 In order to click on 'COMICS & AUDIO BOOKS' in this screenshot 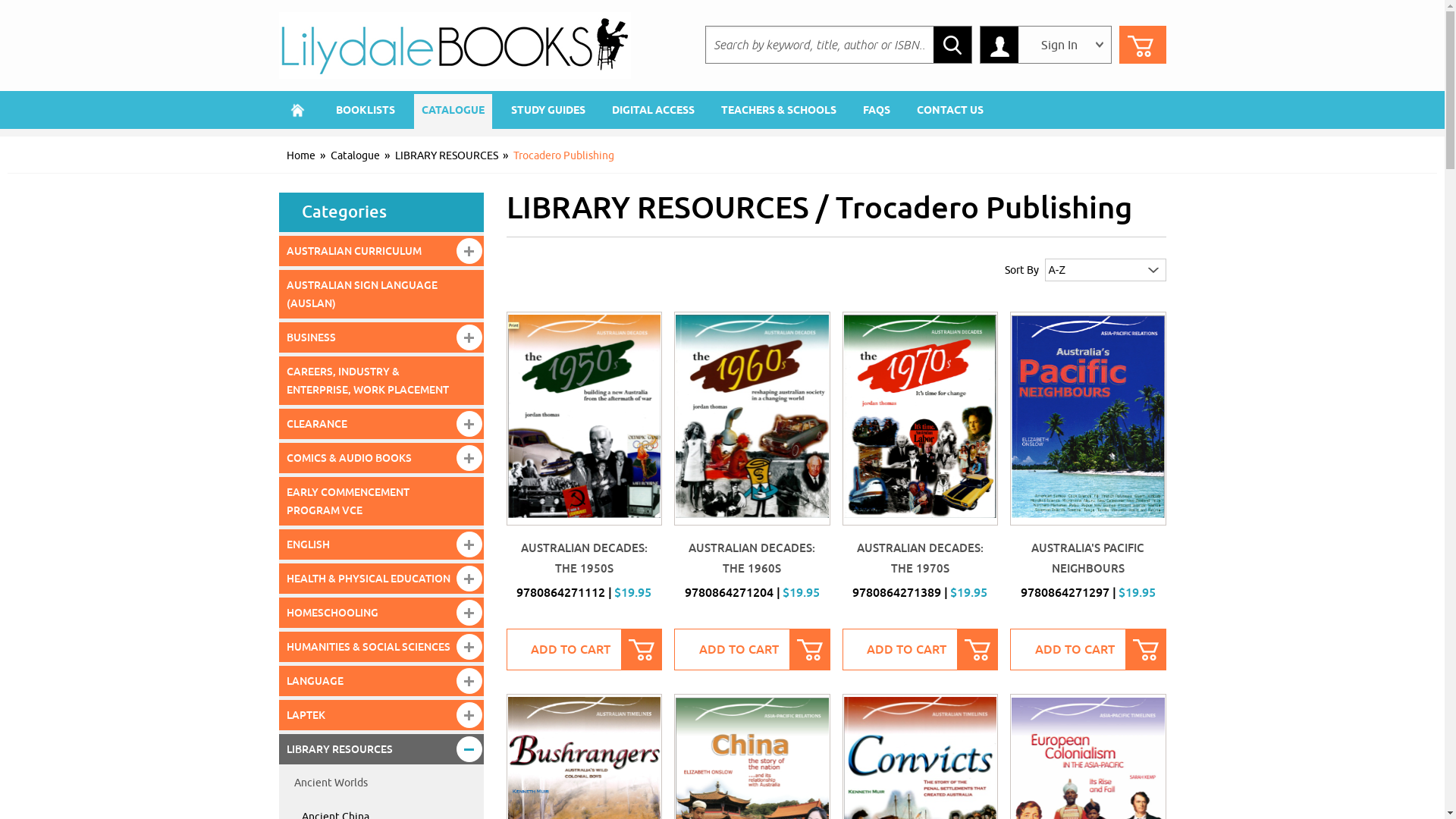, I will do `click(381, 457)`.